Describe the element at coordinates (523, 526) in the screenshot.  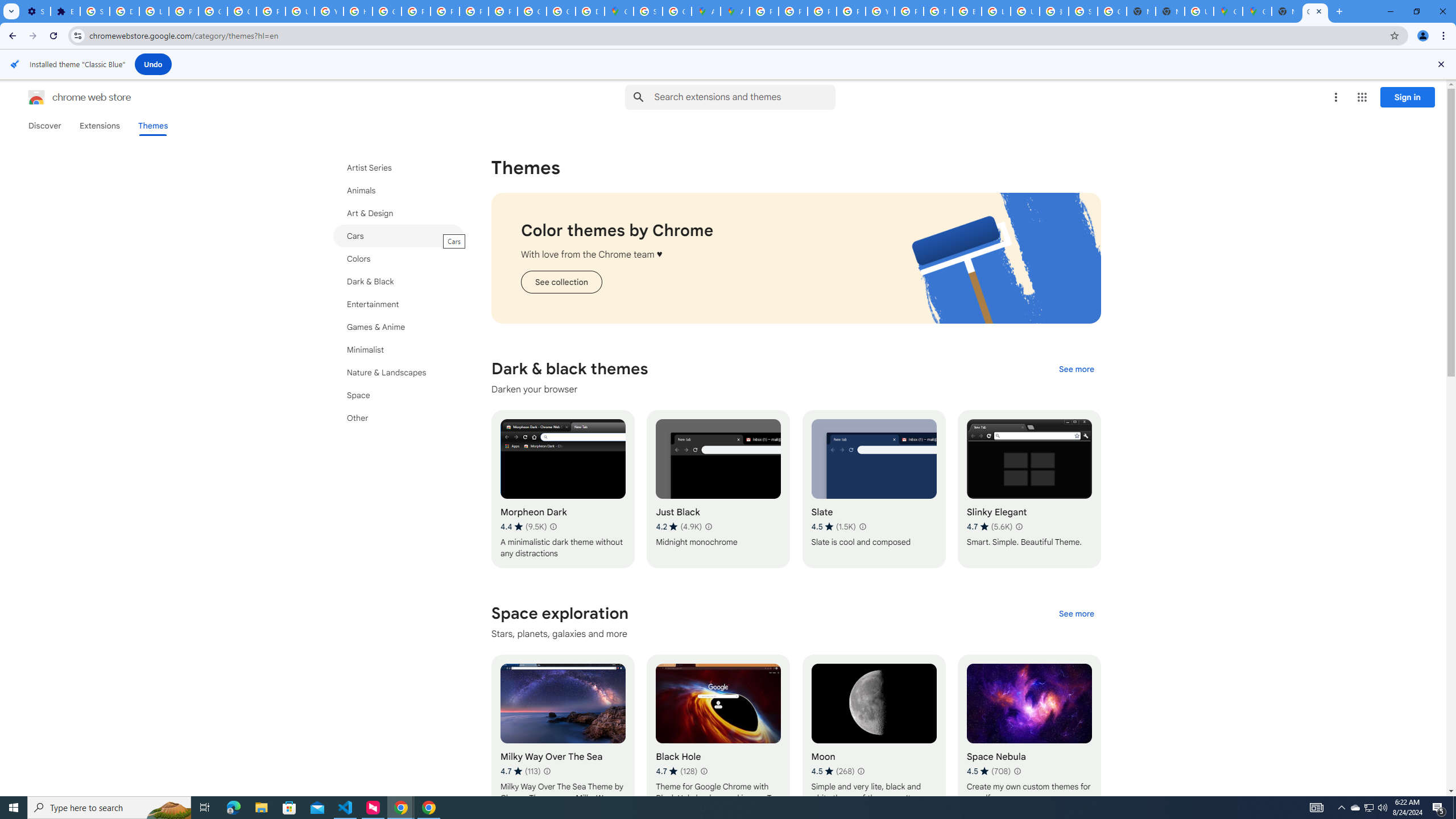
I see `'Average rating 4.4 out of 5 stars. 9.5K ratings.'` at that location.